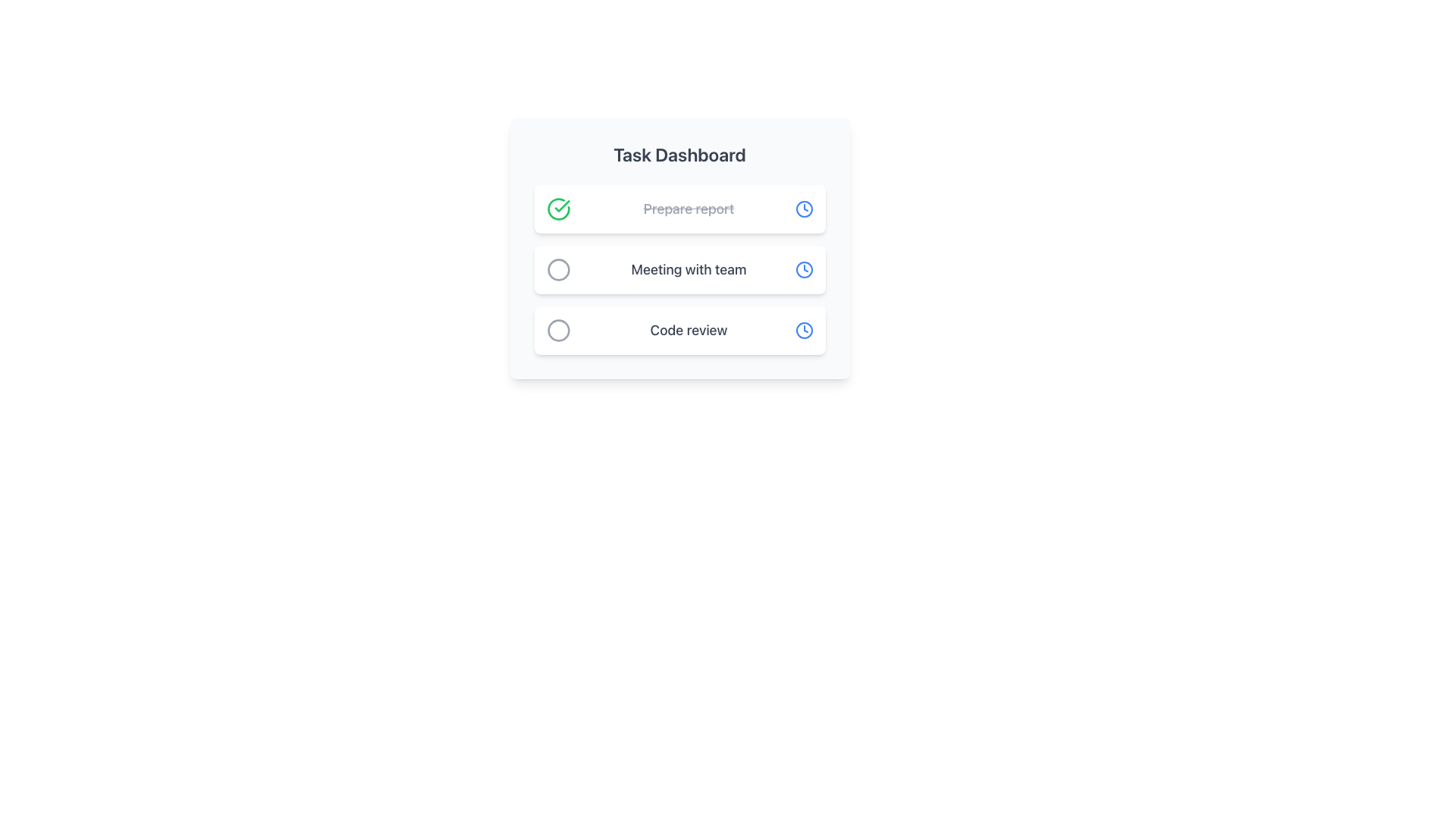 This screenshot has height=819, width=1456. I want to click on the completed task item labeled 'Prepare report' which is indicated by a checkmark and strikethrough text, so click(679, 209).